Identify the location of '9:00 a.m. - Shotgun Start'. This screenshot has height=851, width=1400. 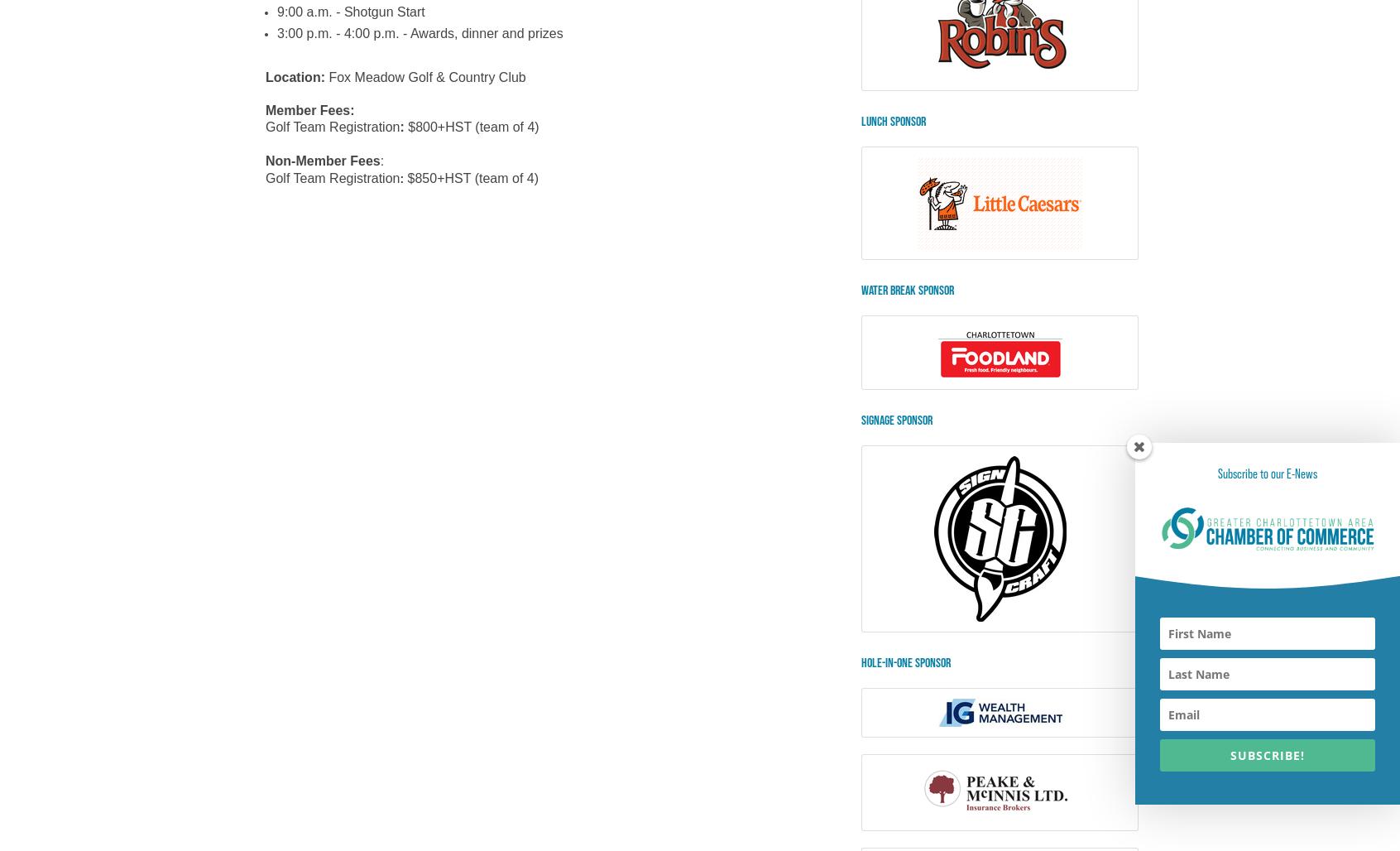
(350, 11).